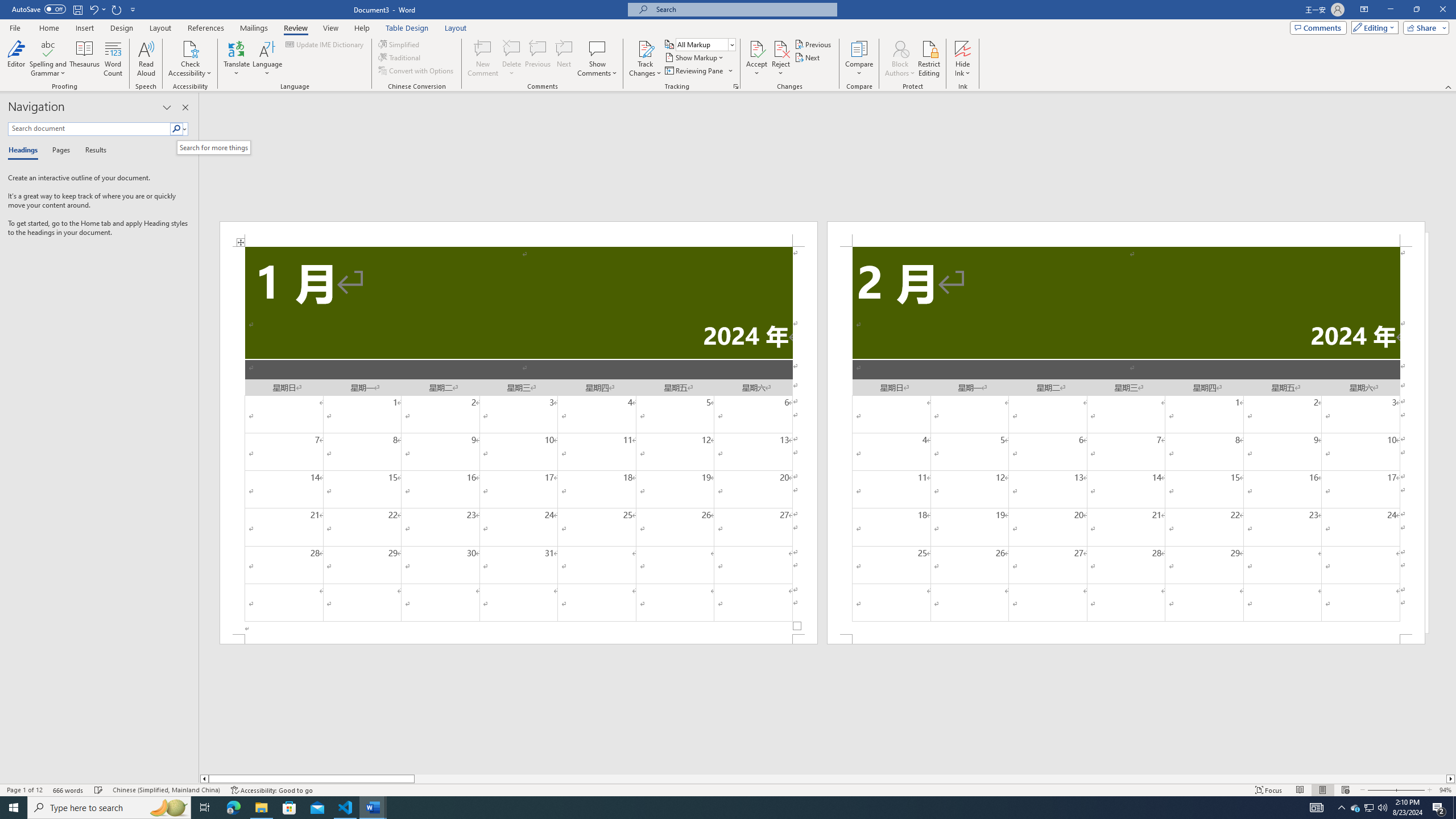 The image size is (1456, 819). I want to click on 'Traditional', so click(400, 56).